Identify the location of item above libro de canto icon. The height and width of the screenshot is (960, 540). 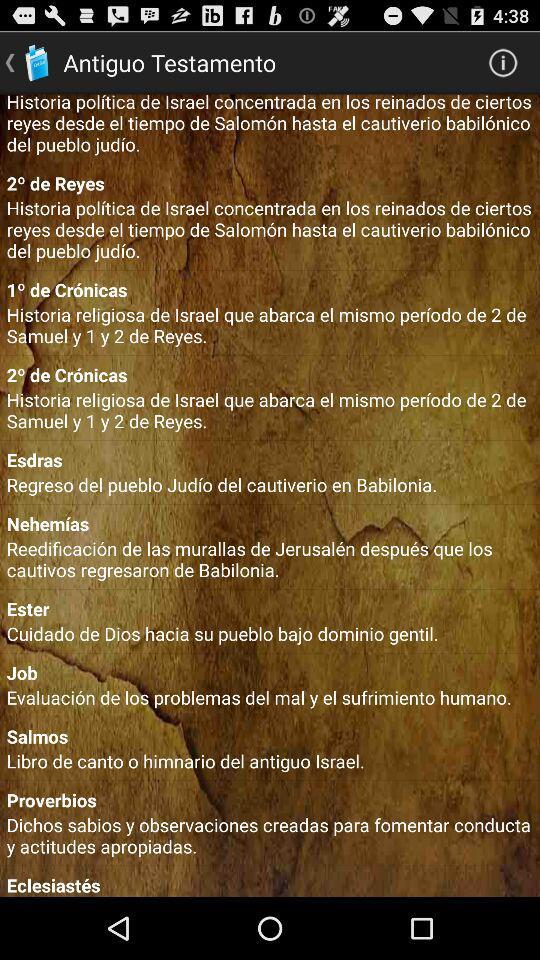
(270, 735).